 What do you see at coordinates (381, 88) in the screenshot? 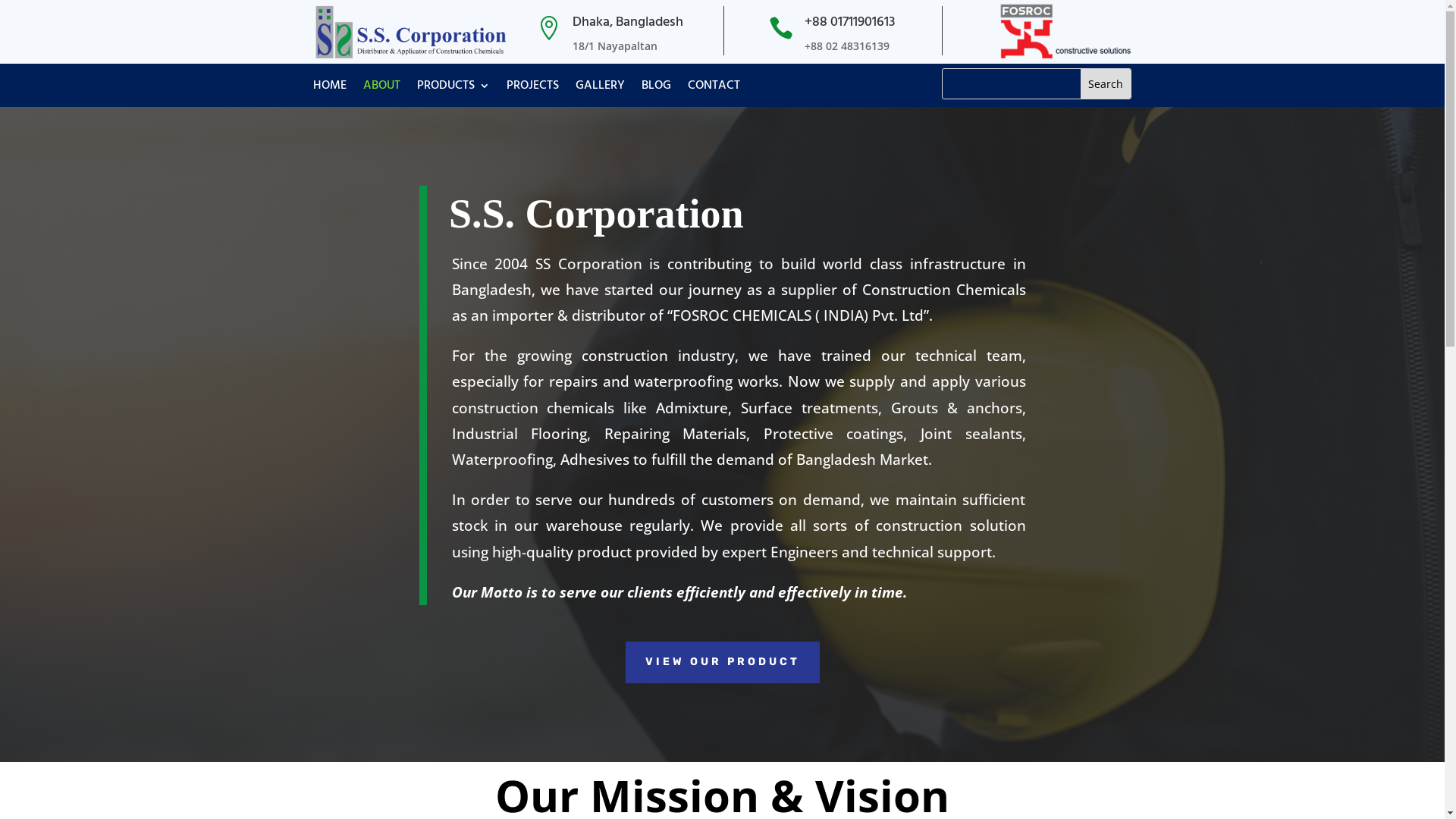
I see `'ABOUT'` at bounding box center [381, 88].